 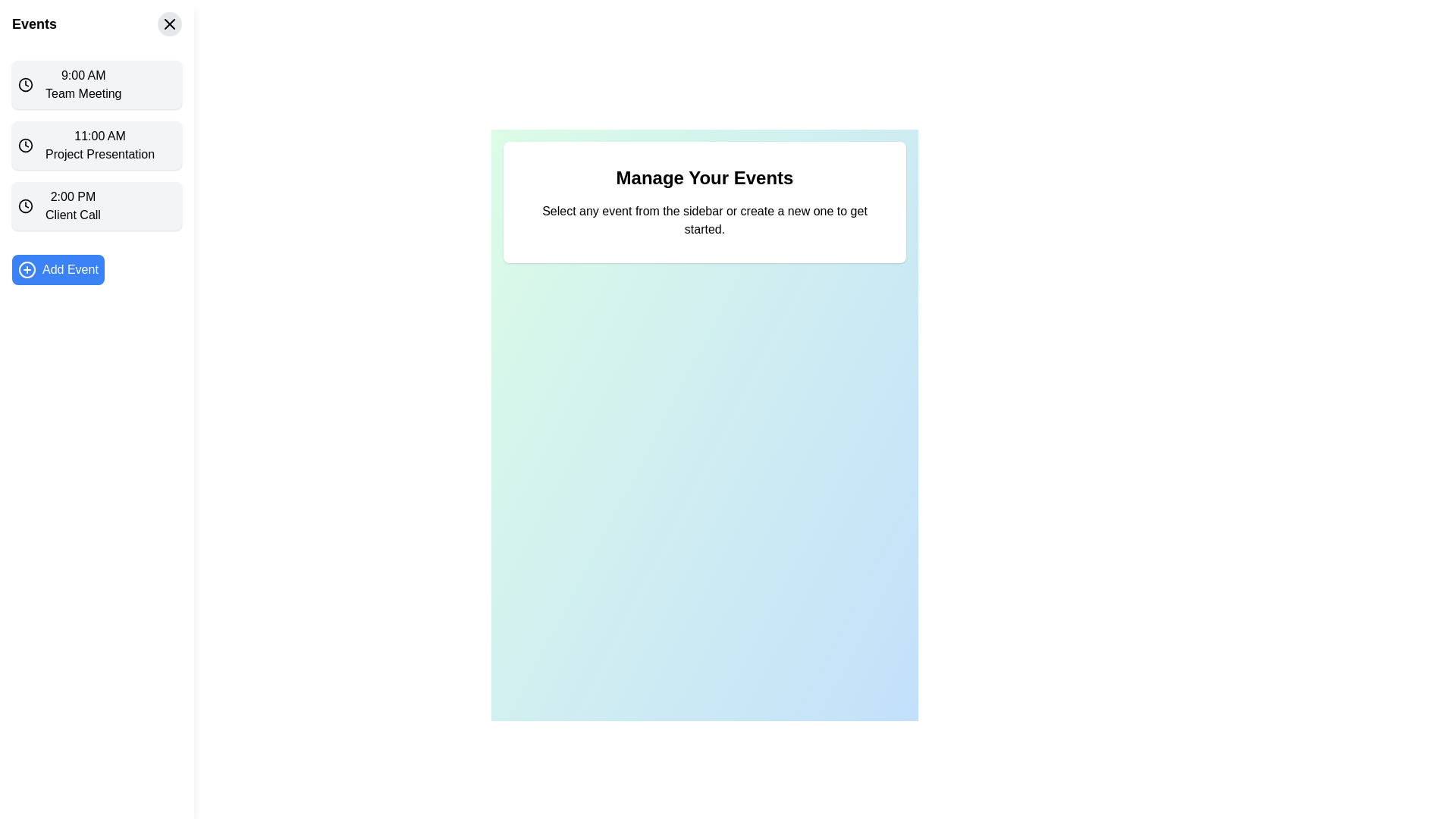 What do you see at coordinates (96, 206) in the screenshot?
I see `the A list item in the schedule or event list, which features a clock icon and the text '2:00 PM' and 'Client Call'` at bounding box center [96, 206].